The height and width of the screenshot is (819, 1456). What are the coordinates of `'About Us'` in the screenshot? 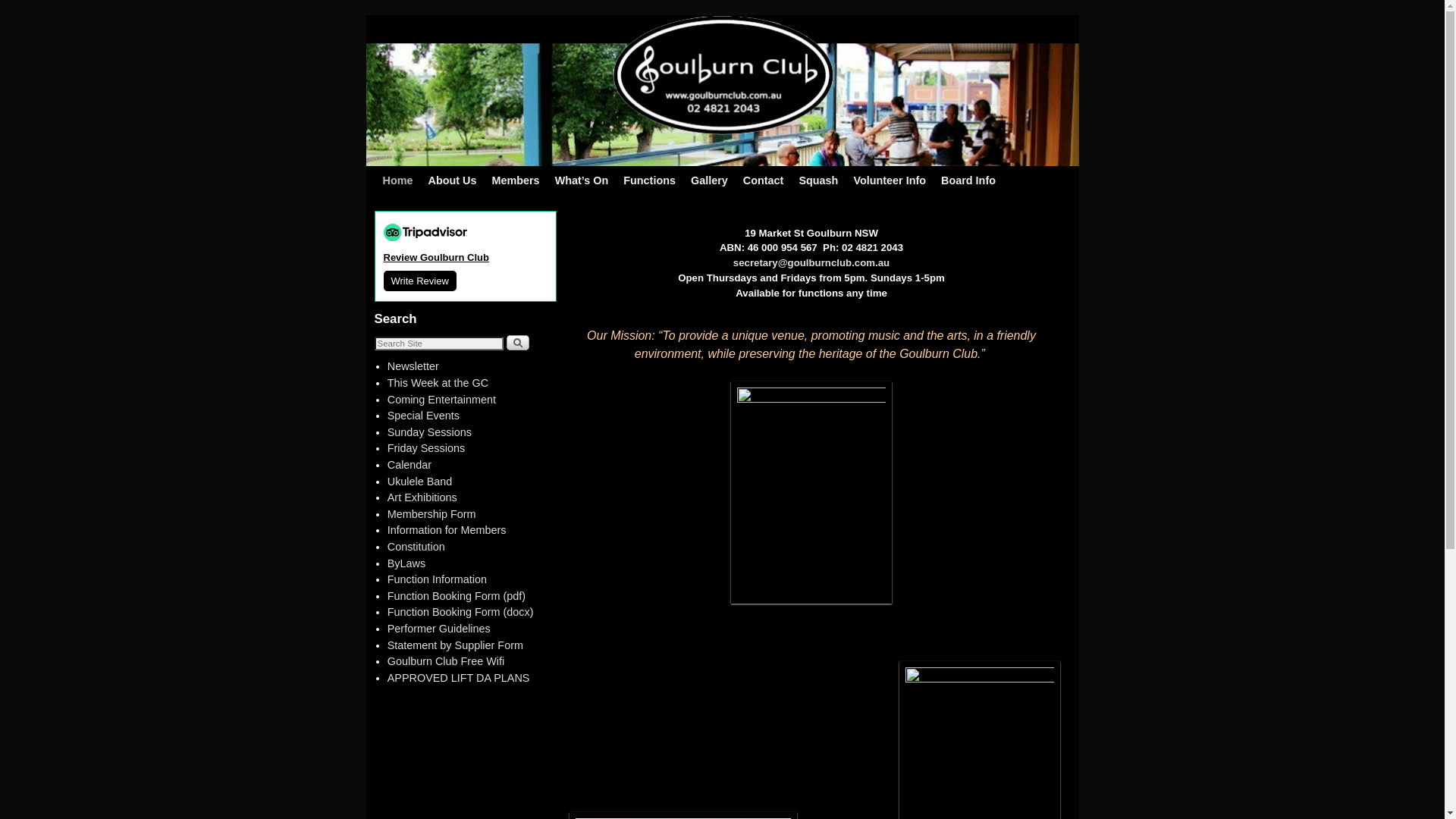 It's located at (450, 180).